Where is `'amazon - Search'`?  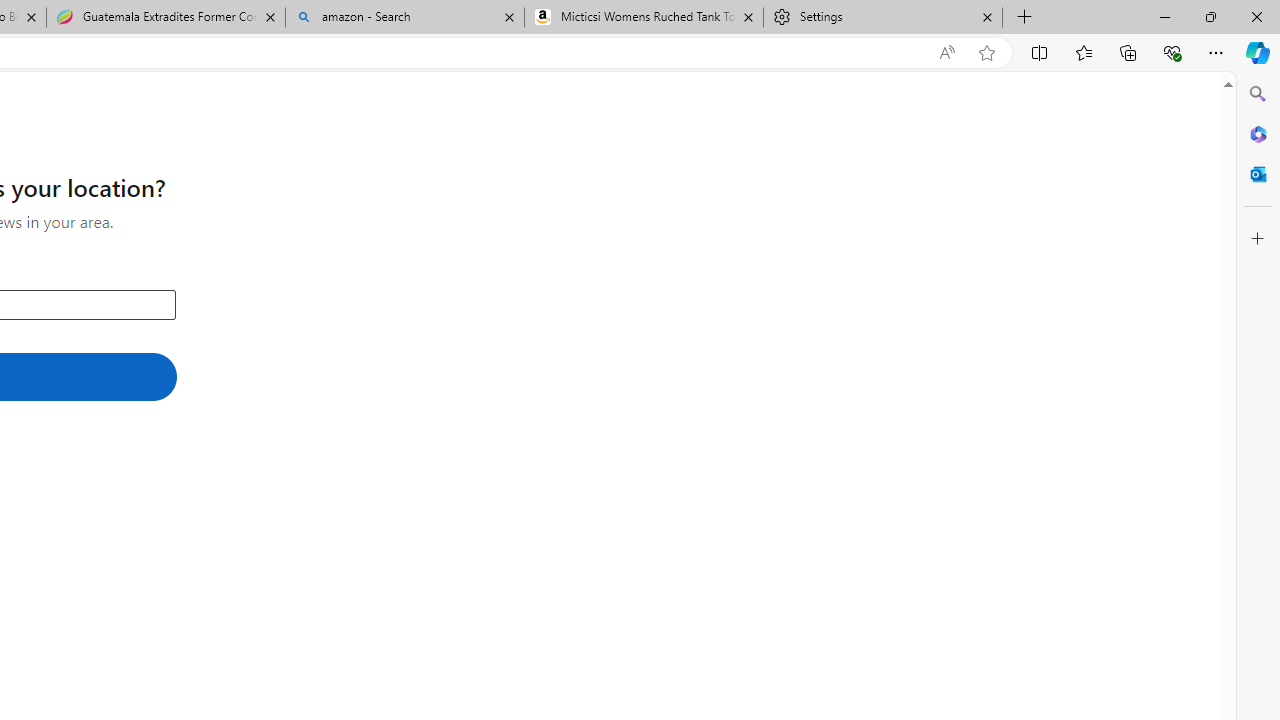 'amazon - Search' is located at coordinates (403, 17).